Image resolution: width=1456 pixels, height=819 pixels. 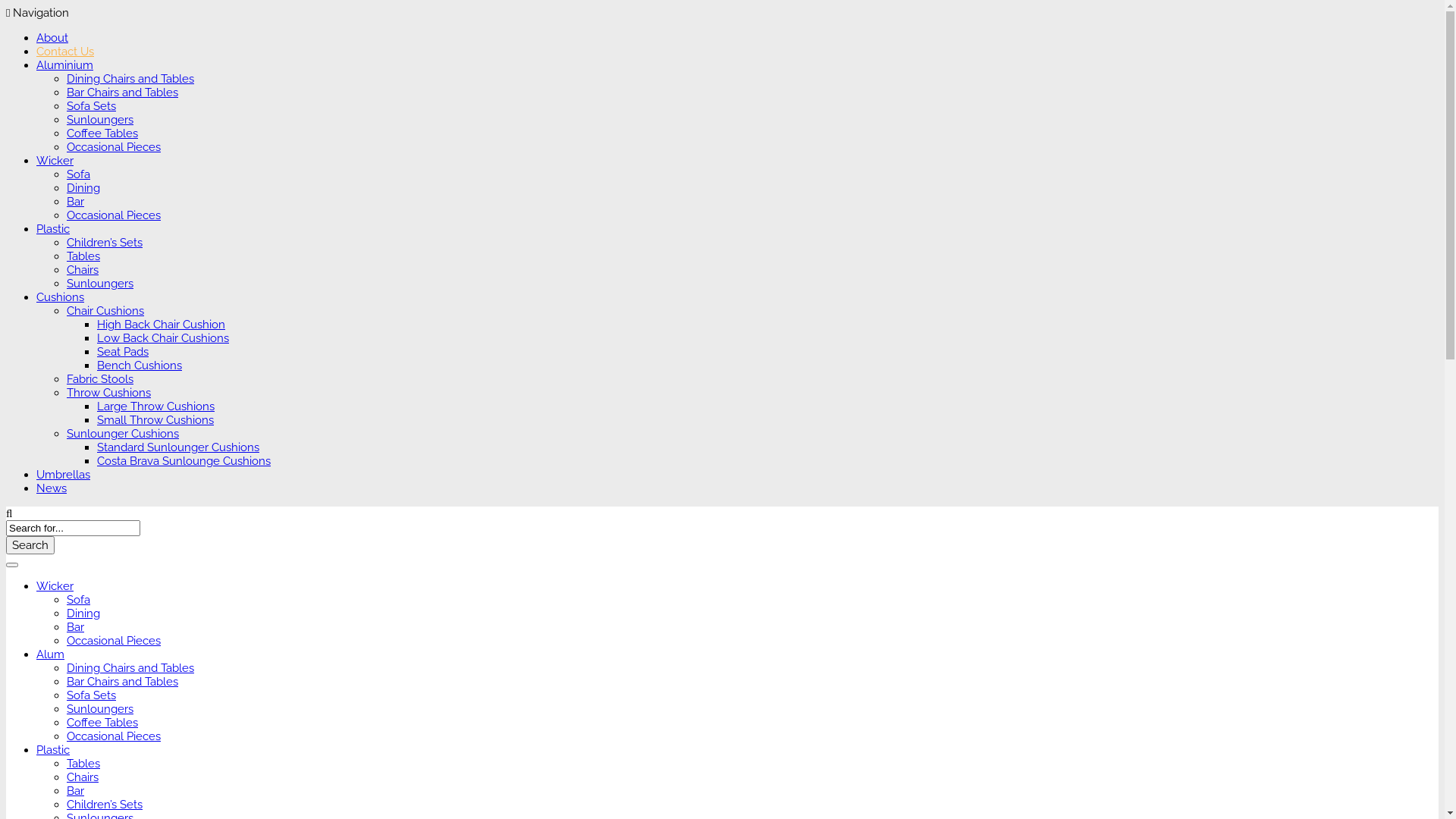 What do you see at coordinates (52, 37) in the screenshot?
I see `'About'` at bounding box center [52, 37].